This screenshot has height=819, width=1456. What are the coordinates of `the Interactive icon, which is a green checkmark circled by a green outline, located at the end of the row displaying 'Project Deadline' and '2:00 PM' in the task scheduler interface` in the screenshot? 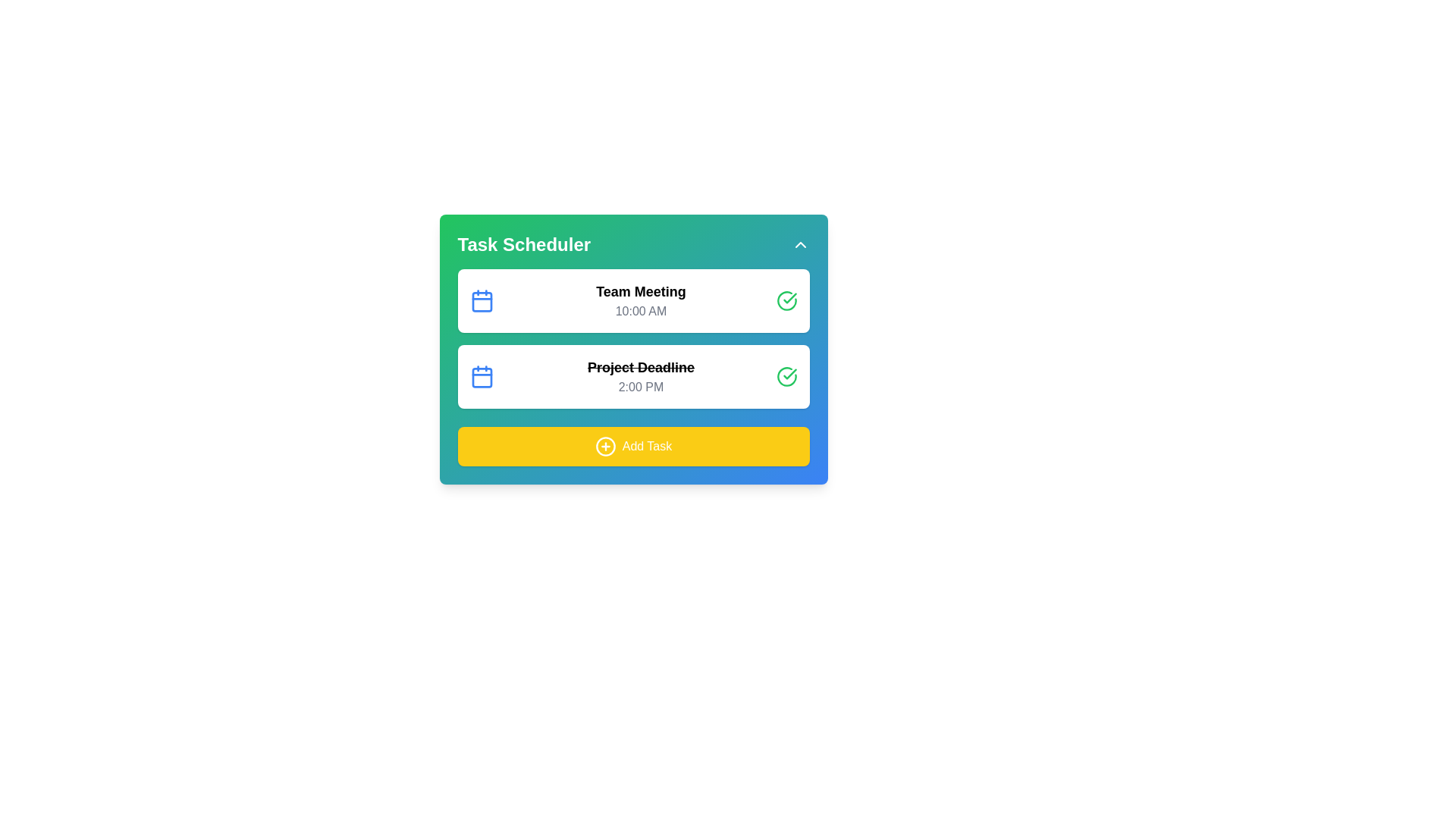 It's located at (786, 376).